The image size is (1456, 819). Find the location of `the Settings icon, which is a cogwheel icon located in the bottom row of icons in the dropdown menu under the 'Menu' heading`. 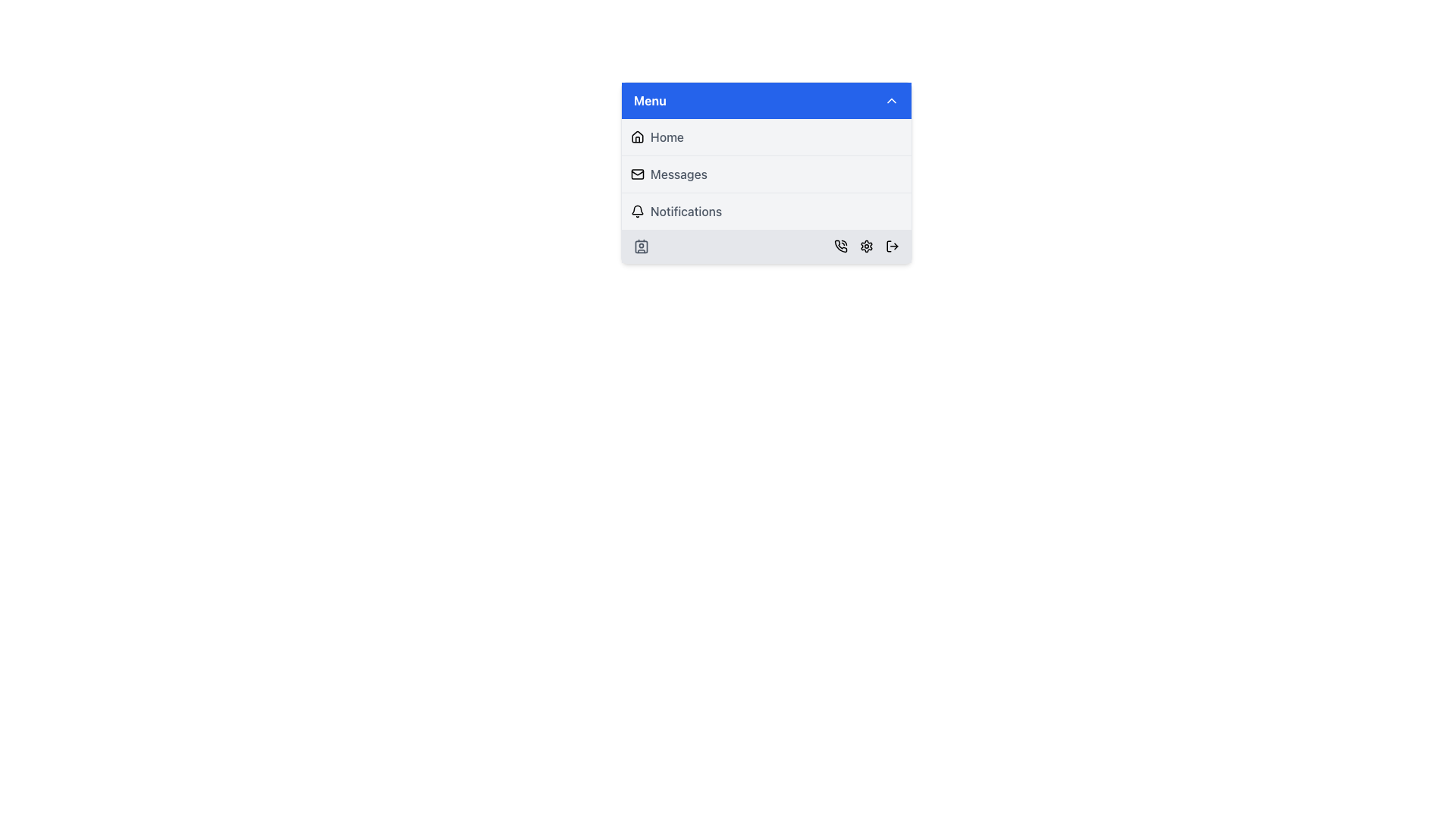

the Settings icon, which is a cogwheel icon located in the bottom row of icons in the dropdown menu under the 'Menu' heading is located at coordinates (866, 245).